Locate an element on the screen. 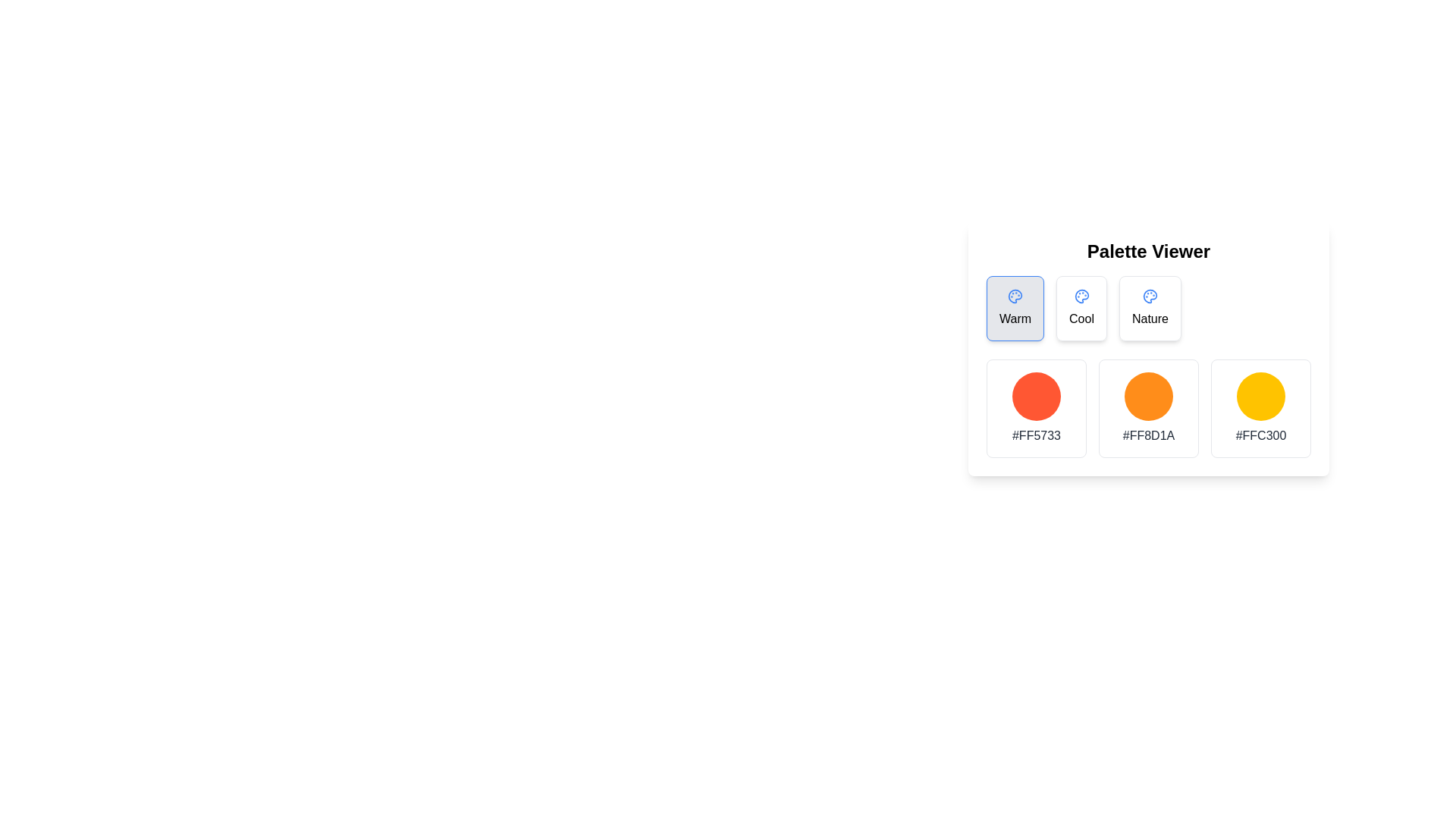 The image size is (1456, 819). the 'Cool' category selectable button in the Palette Viewer section is located at coordinates (1081, 308).